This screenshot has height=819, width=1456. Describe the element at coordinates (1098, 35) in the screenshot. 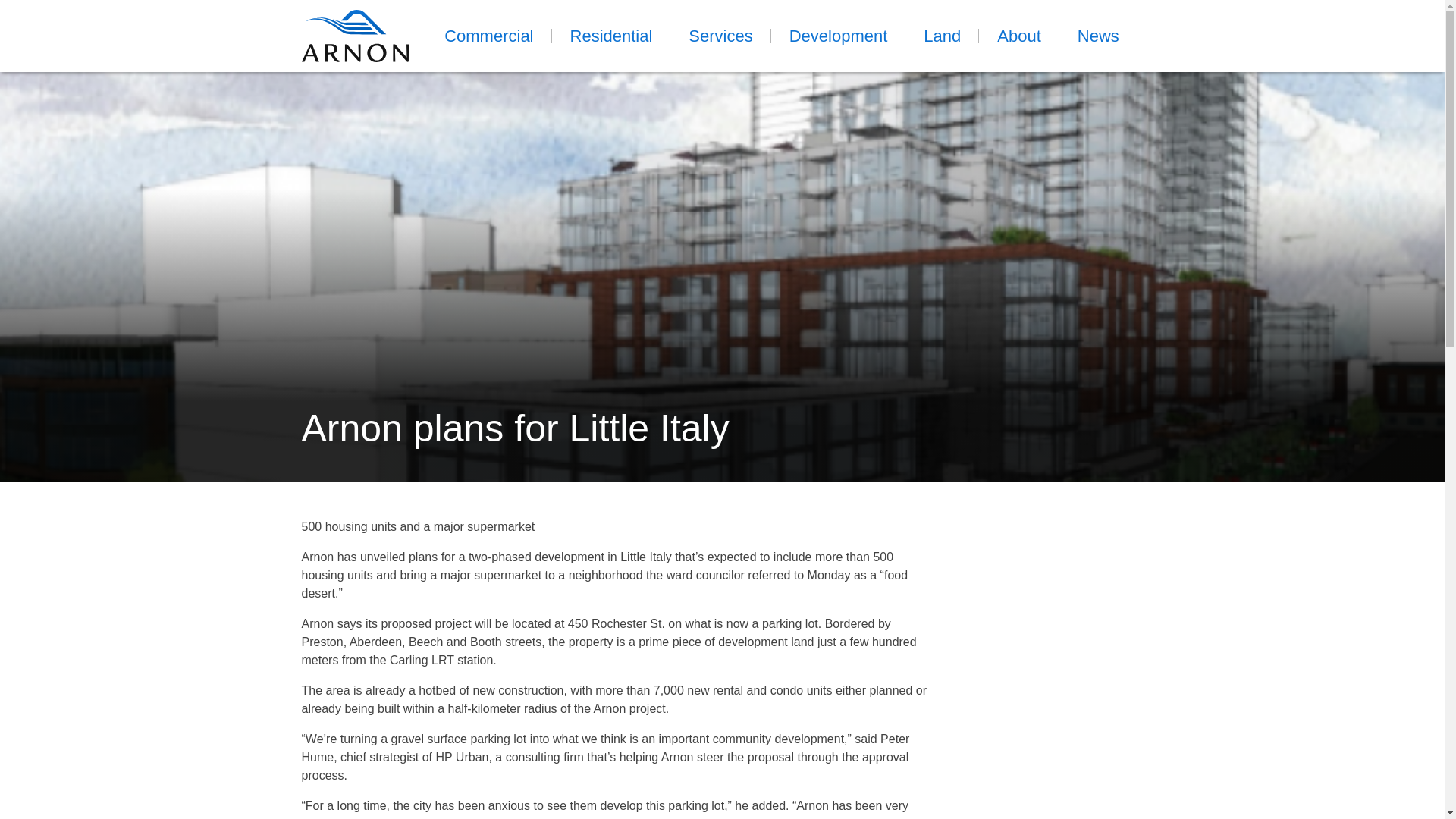

I see `'News'` at that location.